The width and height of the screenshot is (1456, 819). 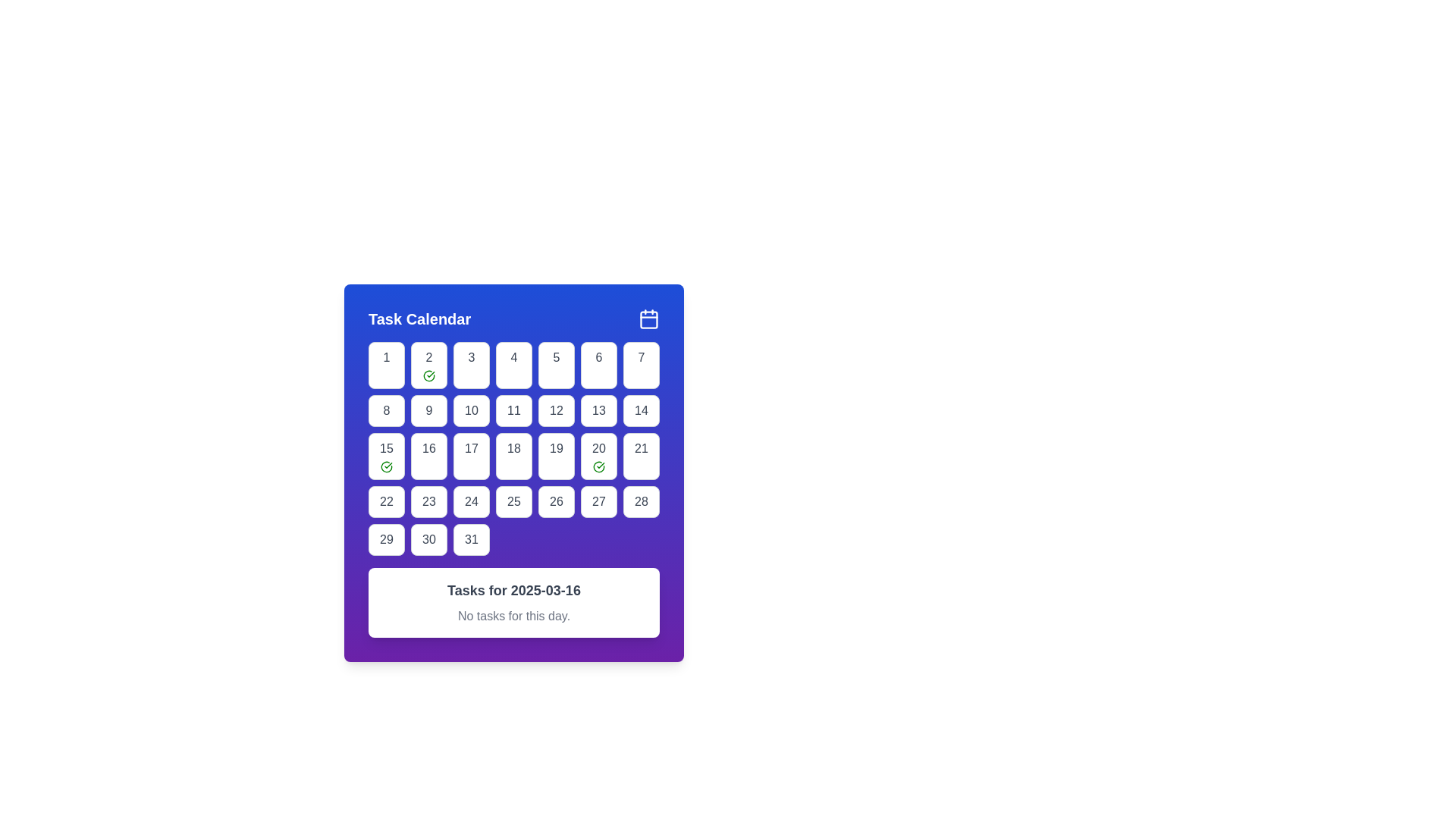 What do you see at coordinates (471, 539) in the screenshot?
I see `the text label '31' in the calendar interface, located in the last row and third column of the grid layout` at bounding box center [471, 539].